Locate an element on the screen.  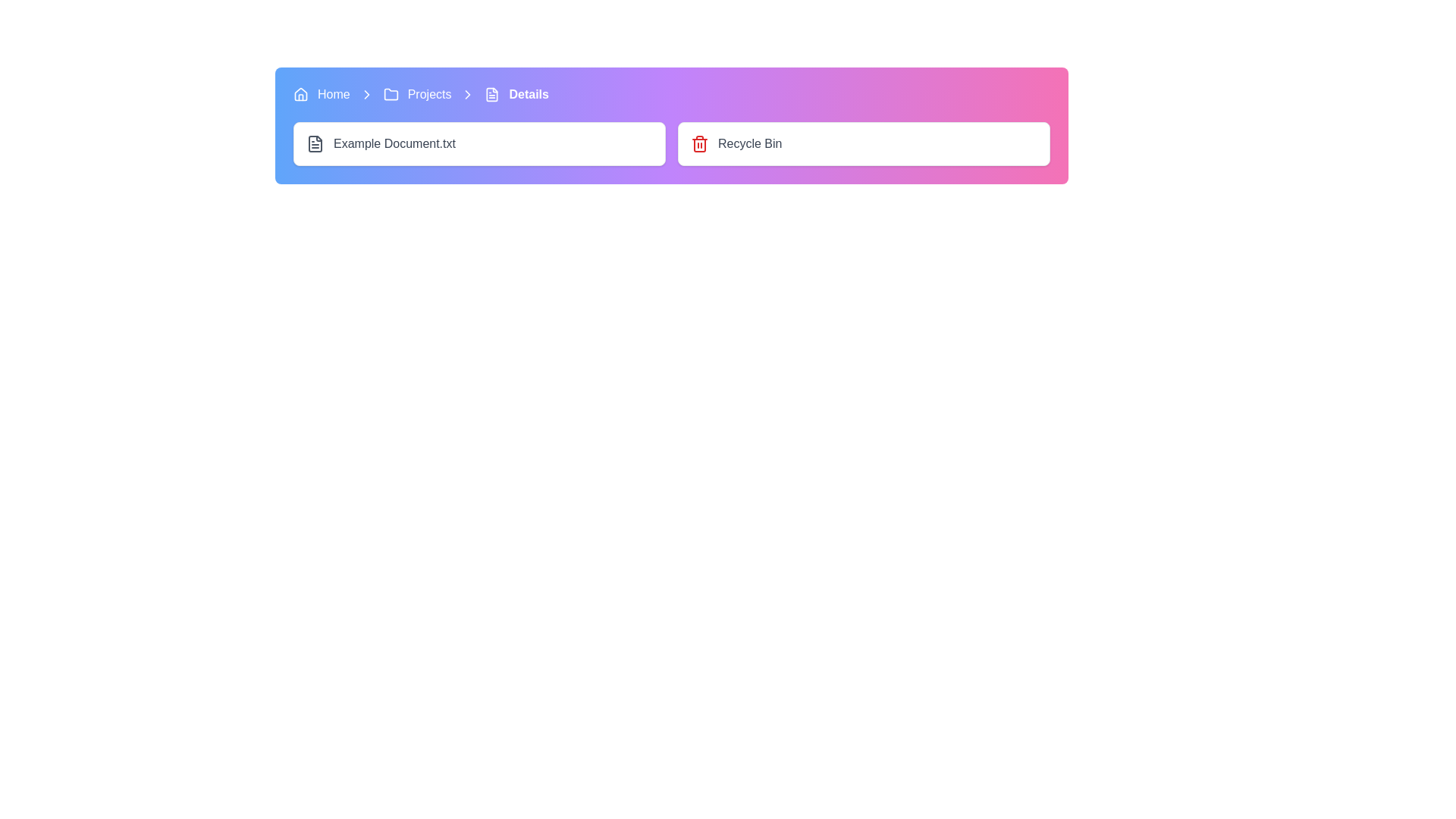
the small, right-pointing chevron icon styled in white located between the 'Home' text and the folder icon in the breadcrumb navigation bar is located at coordinates (366, 94).